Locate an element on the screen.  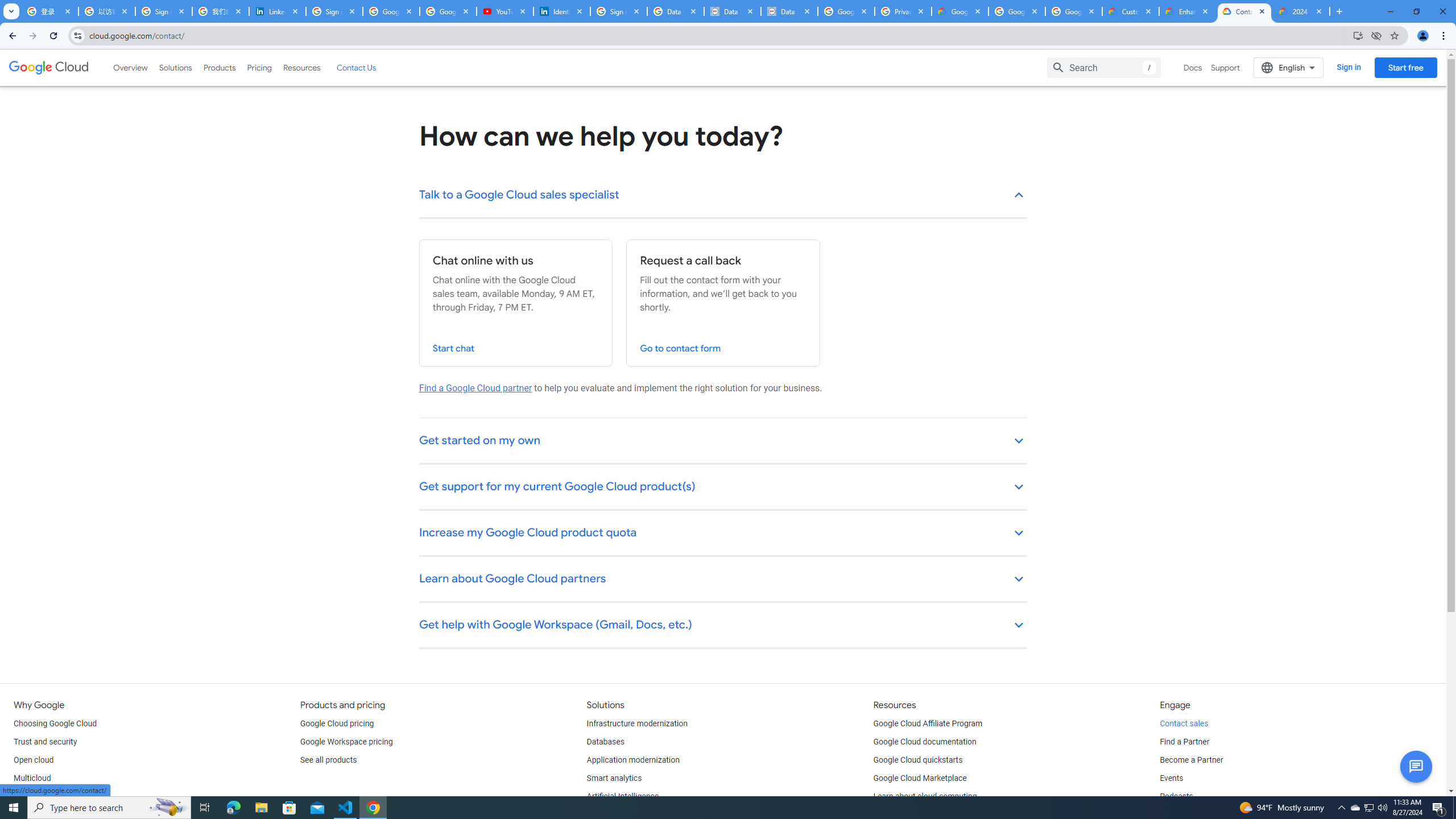
'Find a Partner' is located at coordinates (1184, 741).